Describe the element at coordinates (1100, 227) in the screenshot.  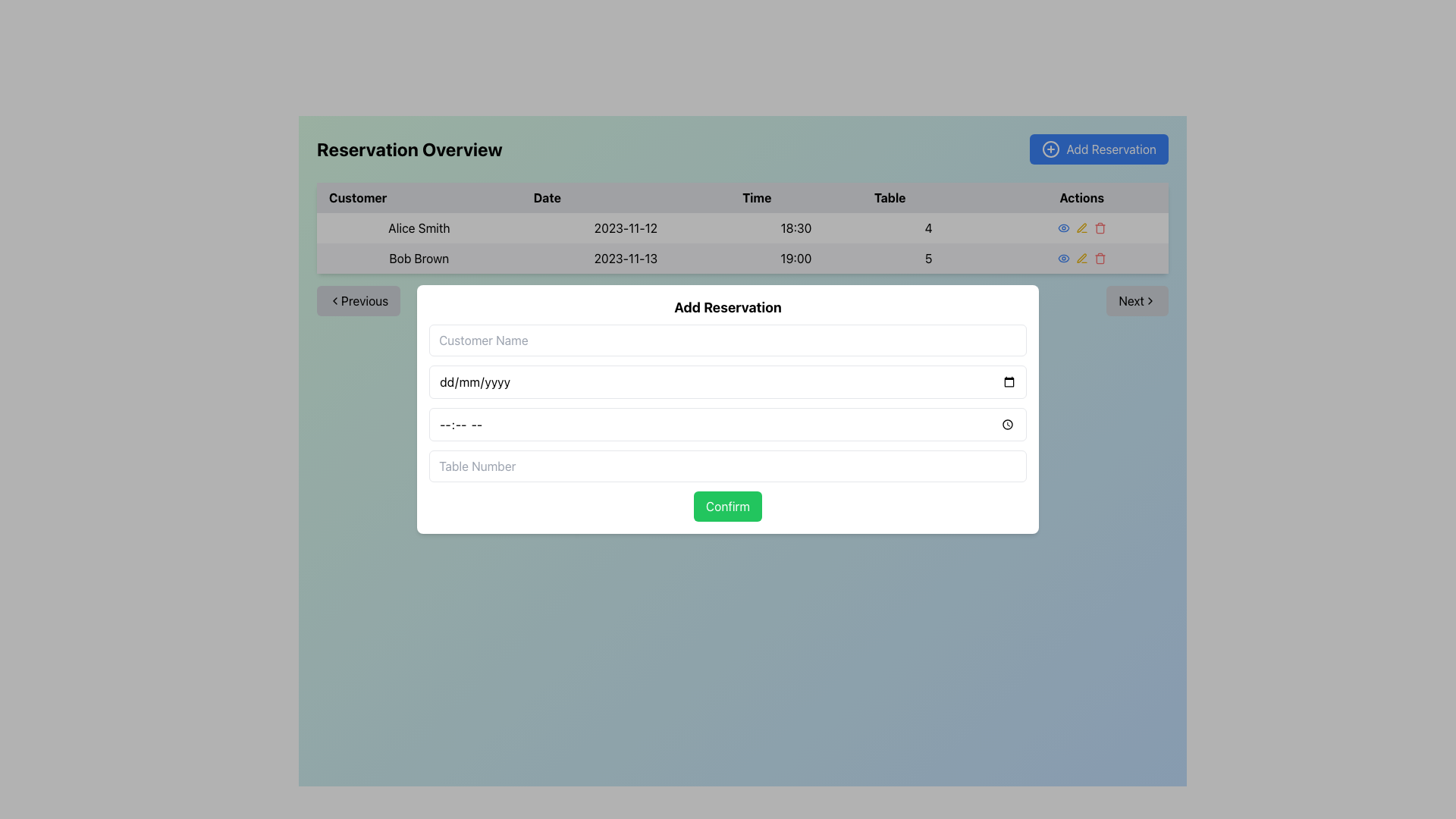
I see `the delete button located in the last column of the first row under the 'Actions' heading` at that location.